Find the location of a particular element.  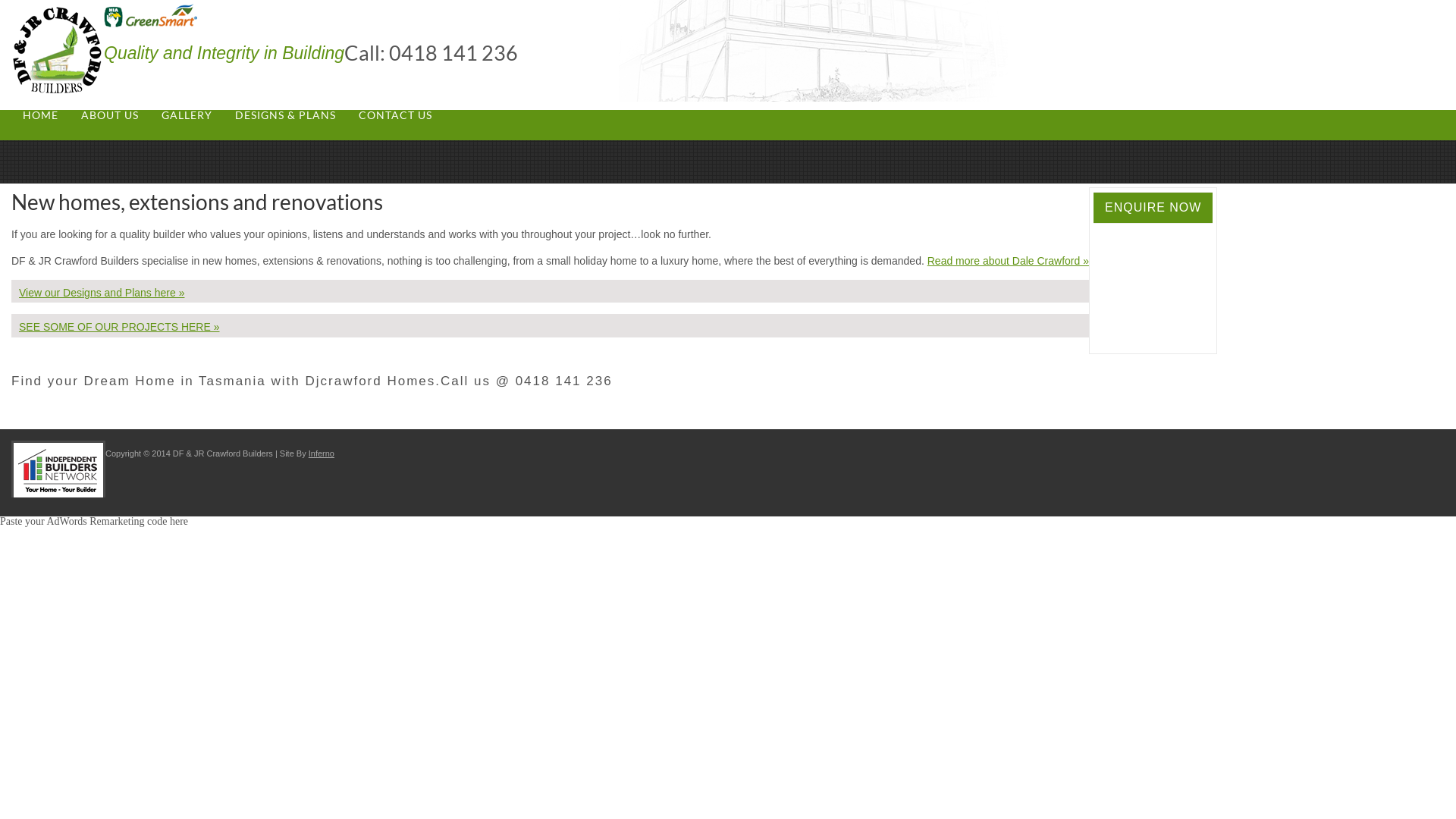

'ABOUT US' is located at coordinates (108, 114).